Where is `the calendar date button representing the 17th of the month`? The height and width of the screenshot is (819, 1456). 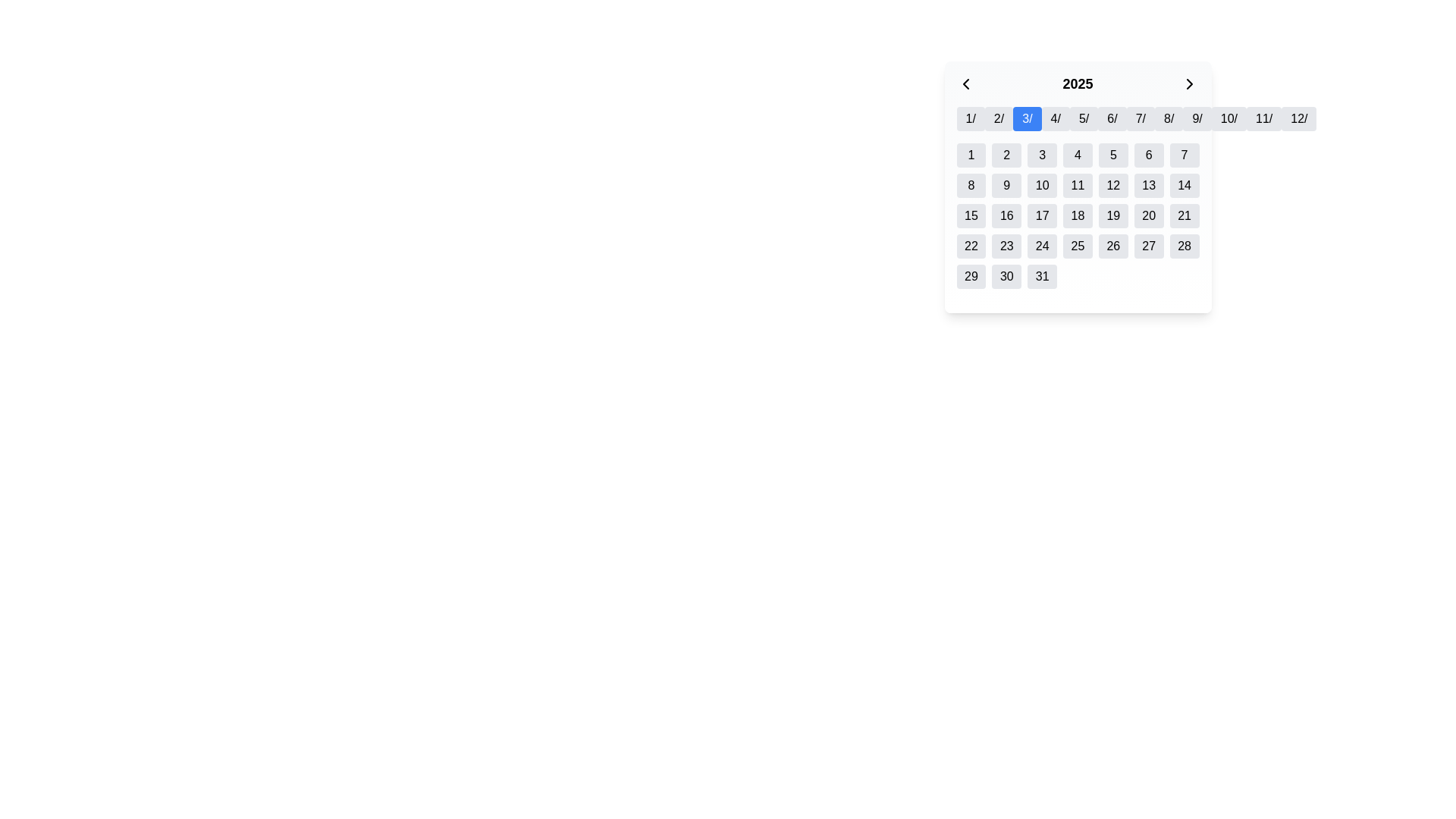
the calendar date button representing the 17th of the month is located at coordinates (1041, 216).